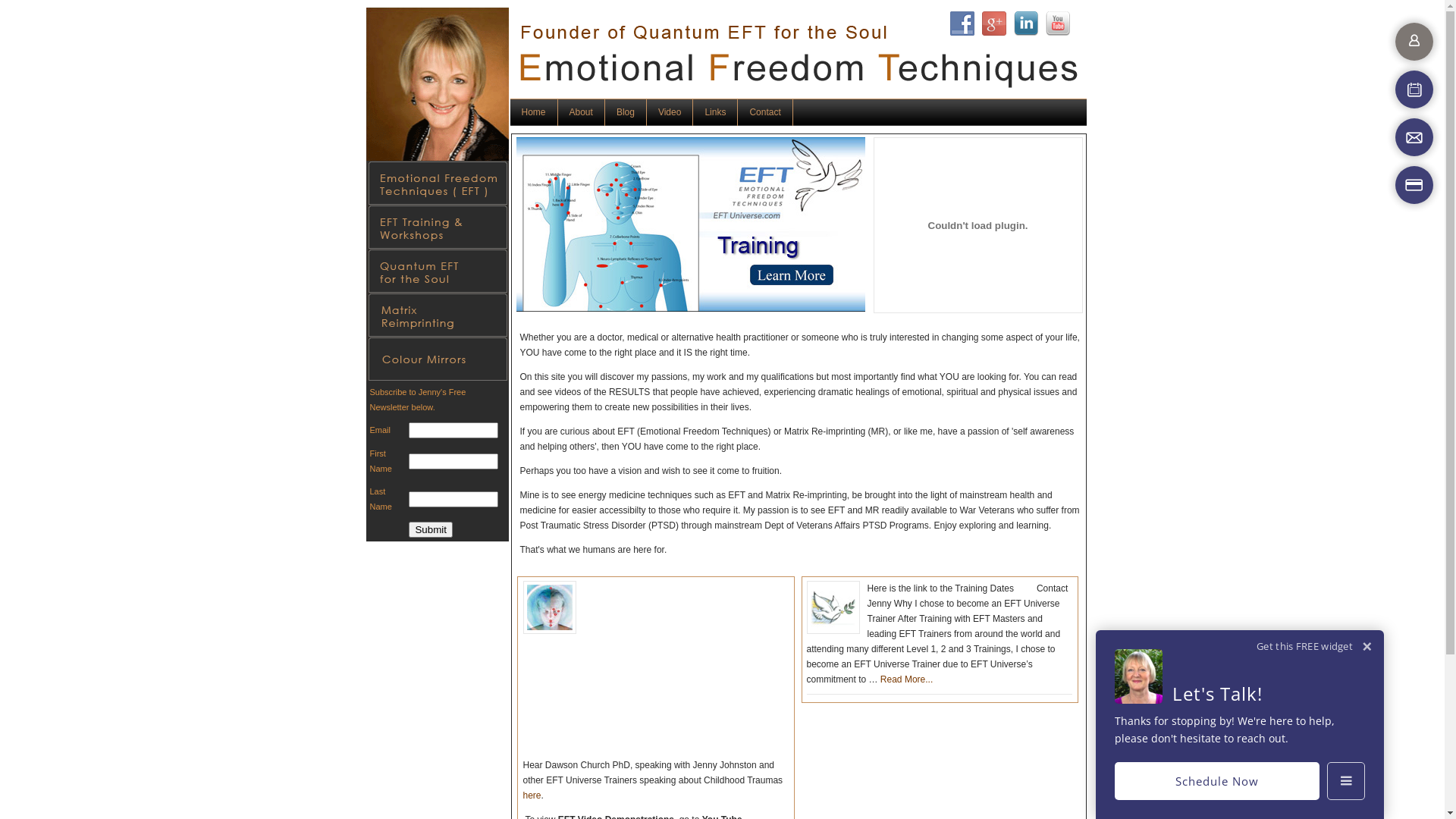 The width and height of the screenshot is (1456, 819). Describe the element at coordinates (960, 23) in the screenshot. I see `' Facebook'` at that location.